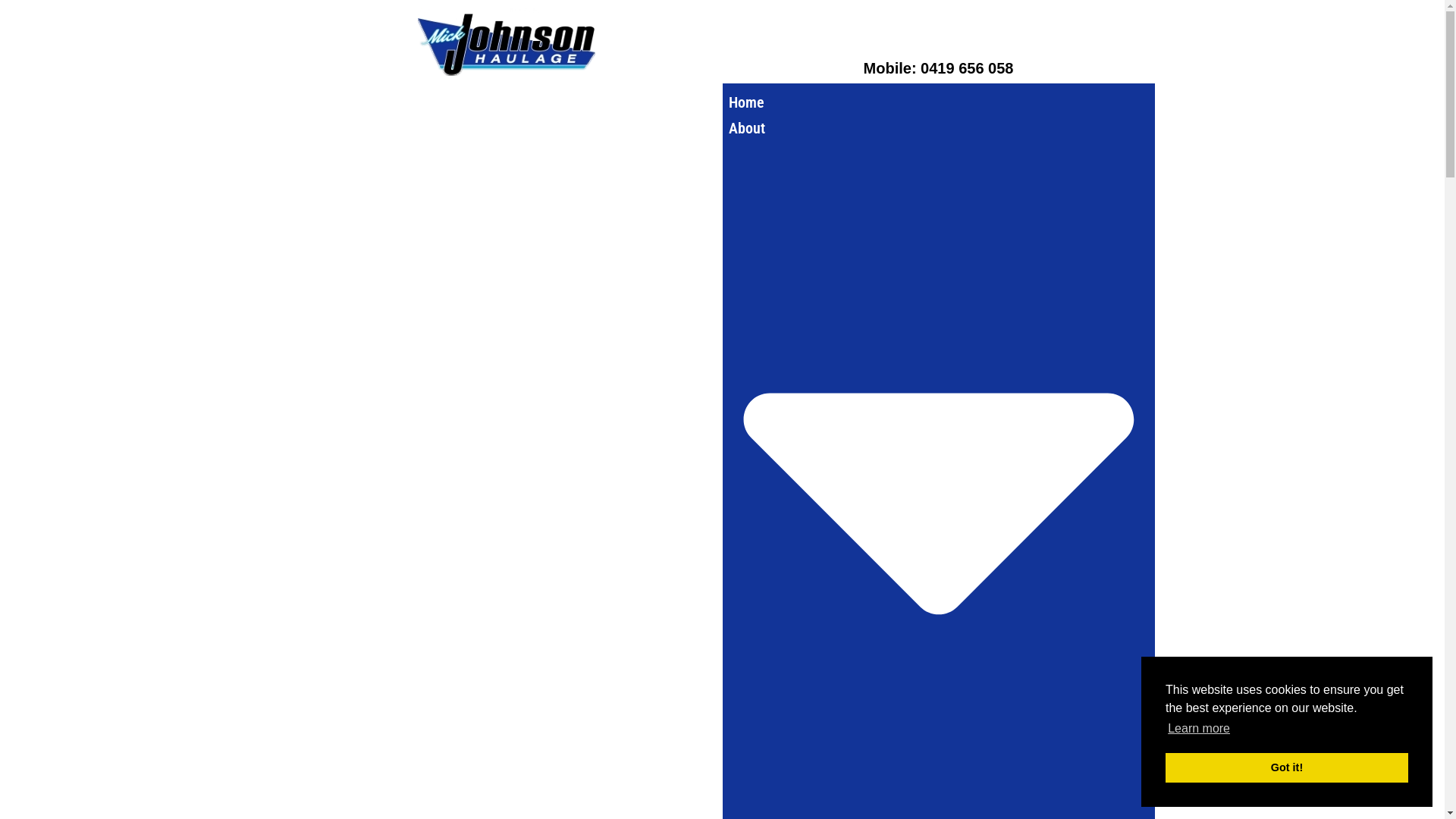 Image resolution: width=1456 pixels, height=819 pixels. I want to click on 'Skip to content', so click(11, 32).